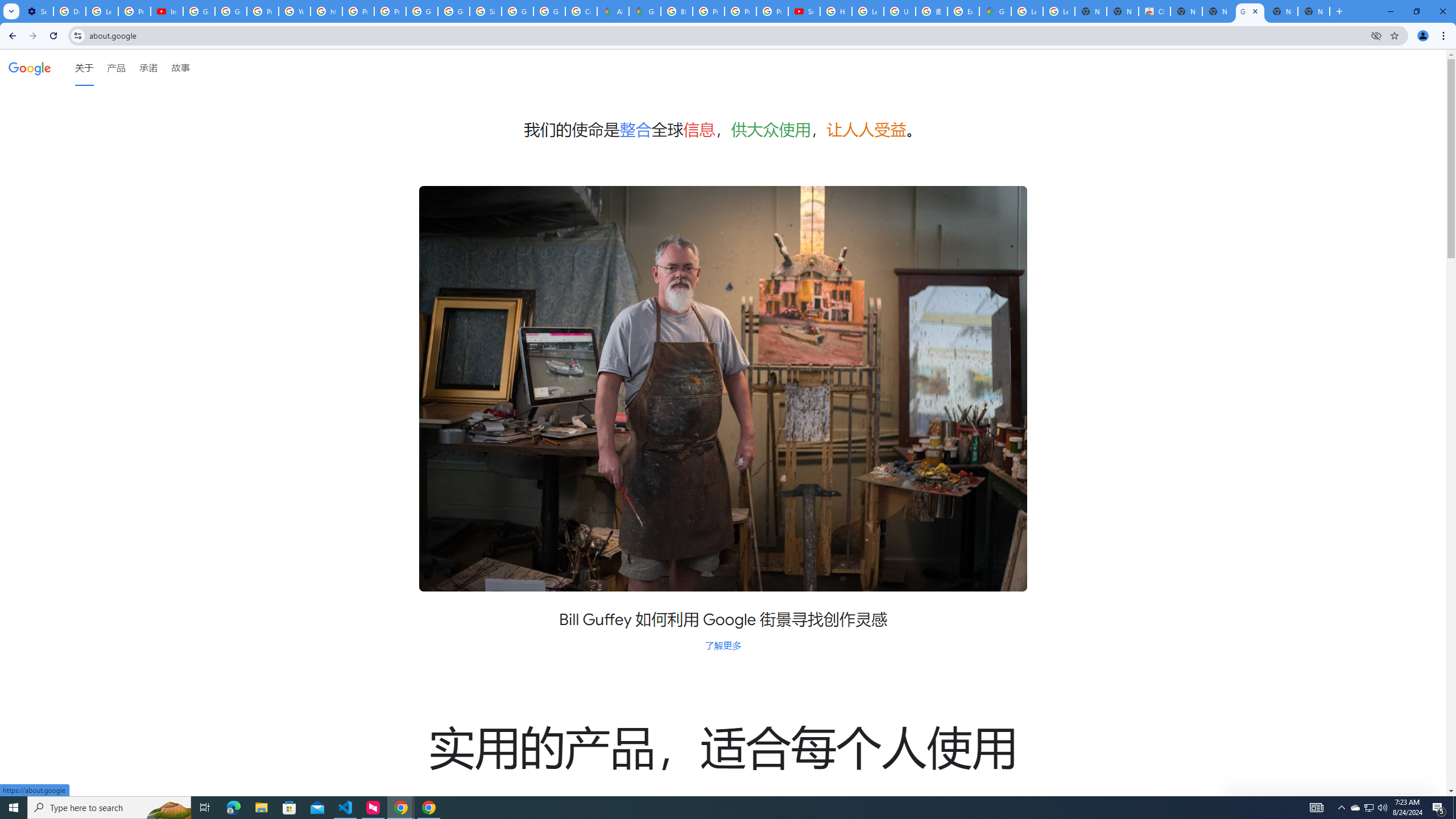 The width and height of the screenshot is (1456, 819). Describe the element at coordinates (294, 11) in the screenshot. I see `'YouTube'` at that location.